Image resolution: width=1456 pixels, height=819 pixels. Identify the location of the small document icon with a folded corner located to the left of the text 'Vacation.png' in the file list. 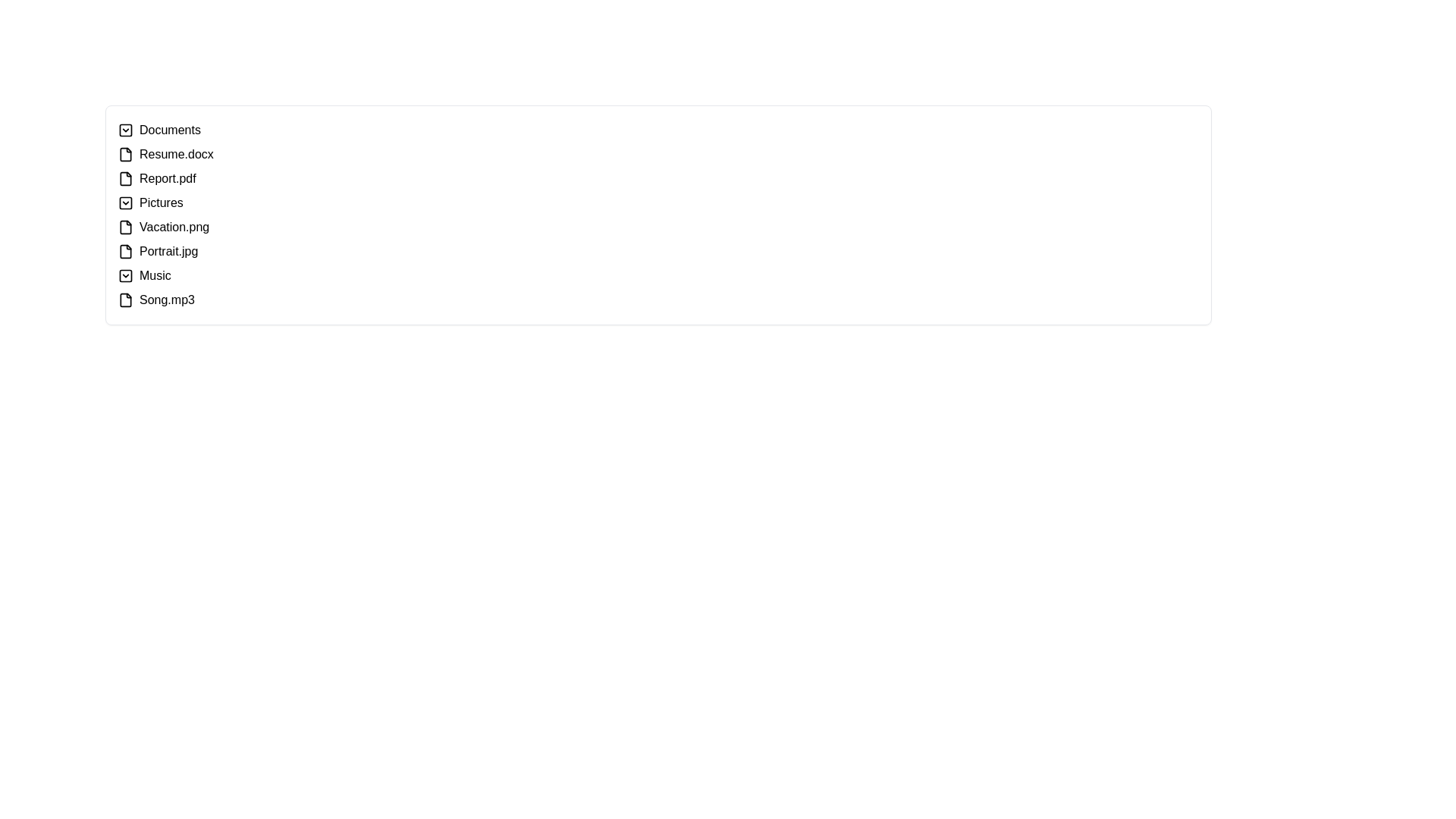
(126, 227).